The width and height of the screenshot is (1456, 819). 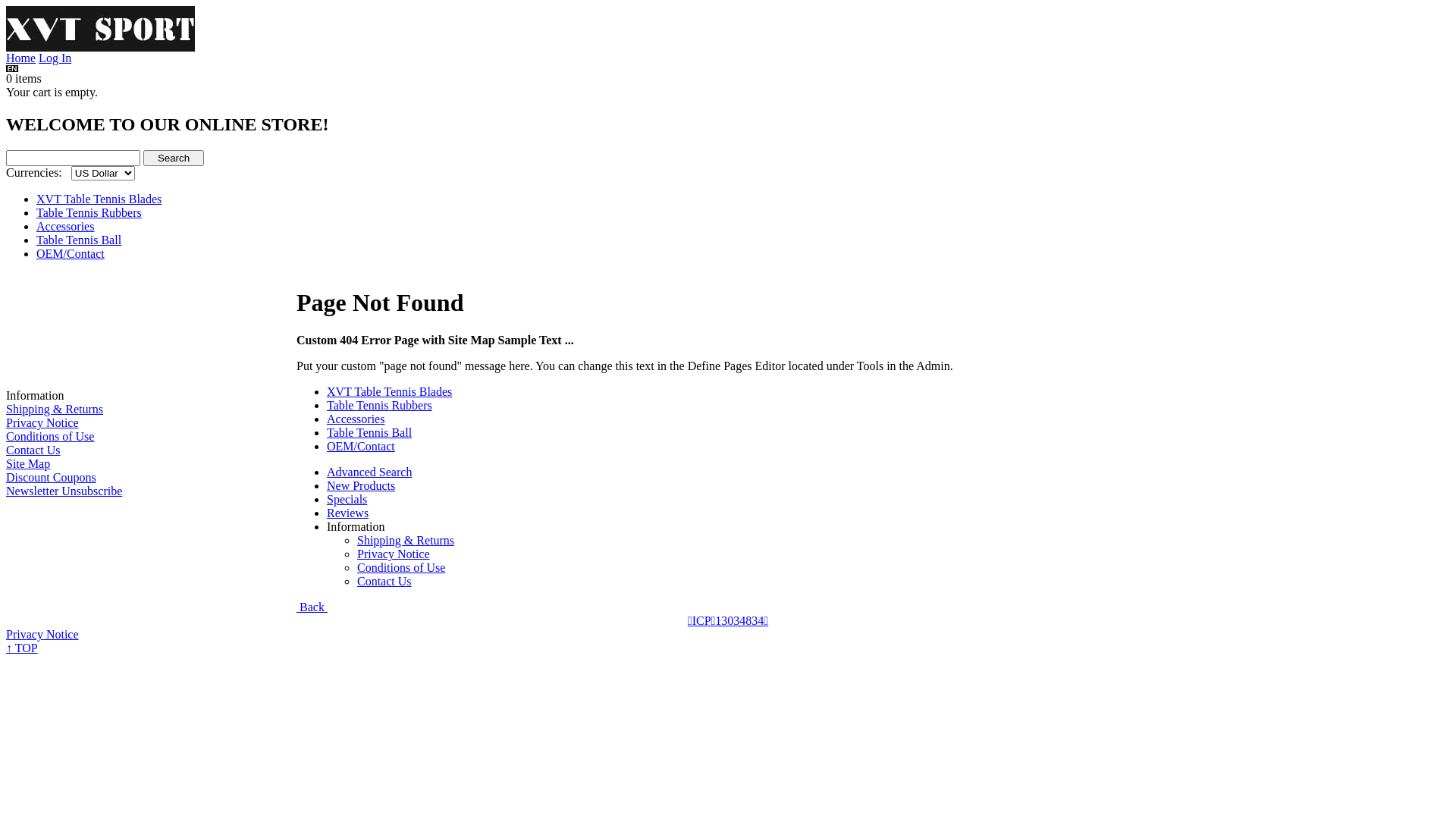 I want to click on 'Home', so click(x=6, y=57).